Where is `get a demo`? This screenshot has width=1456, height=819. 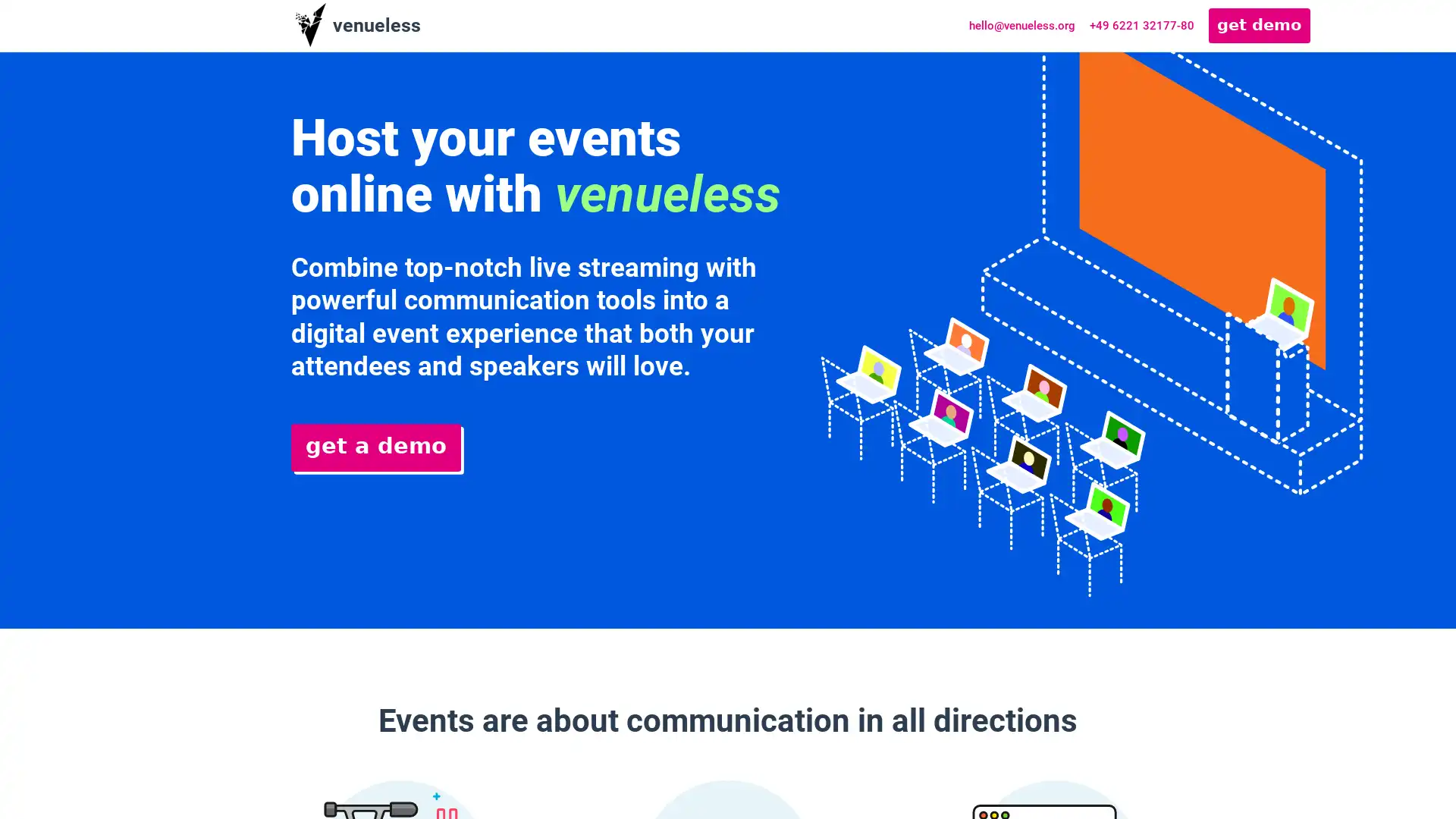 get a demo is located at coordinates (375, 447).